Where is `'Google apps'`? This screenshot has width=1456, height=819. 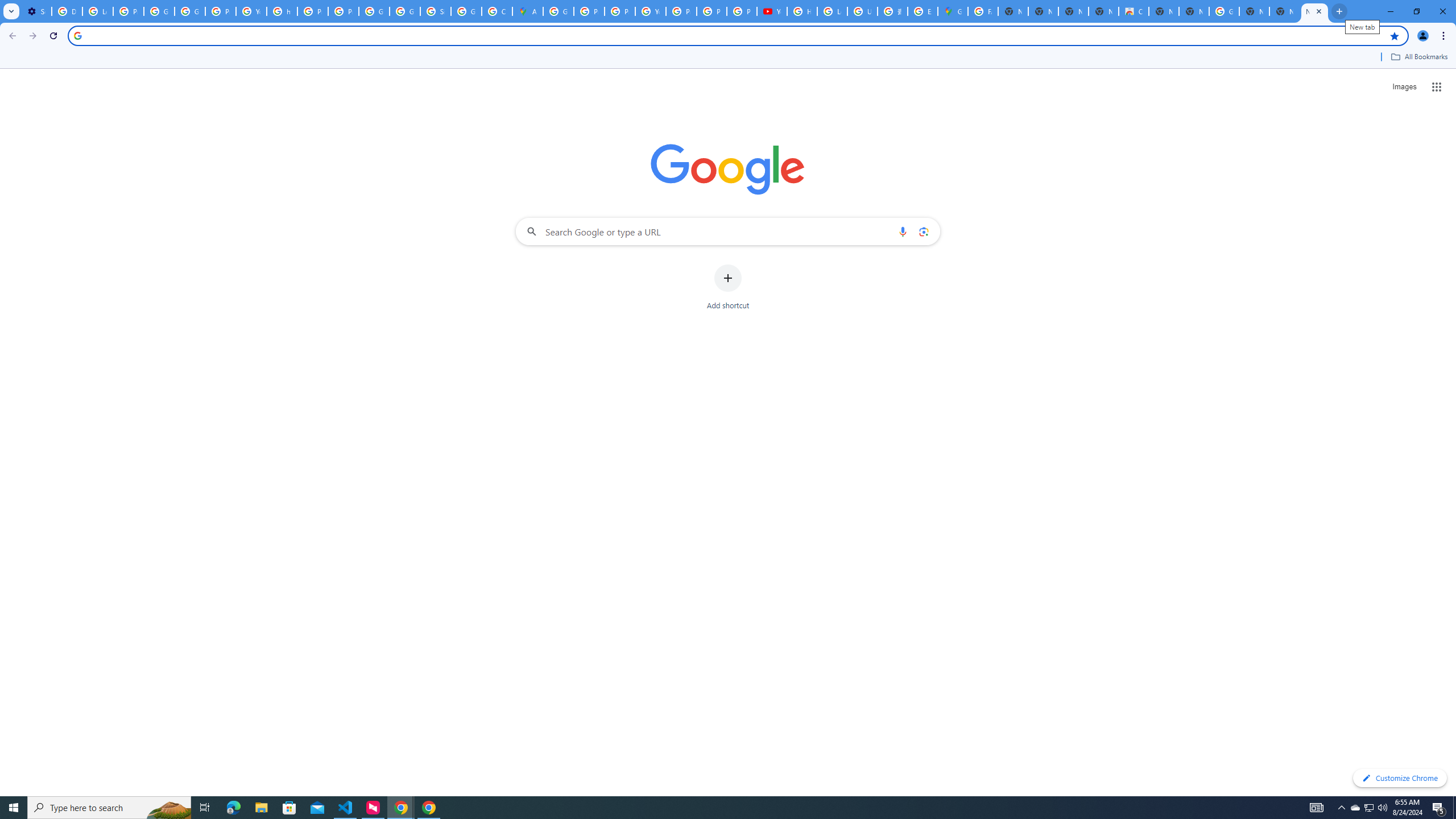
'Google apps' is located at coordinates (1437, 86).